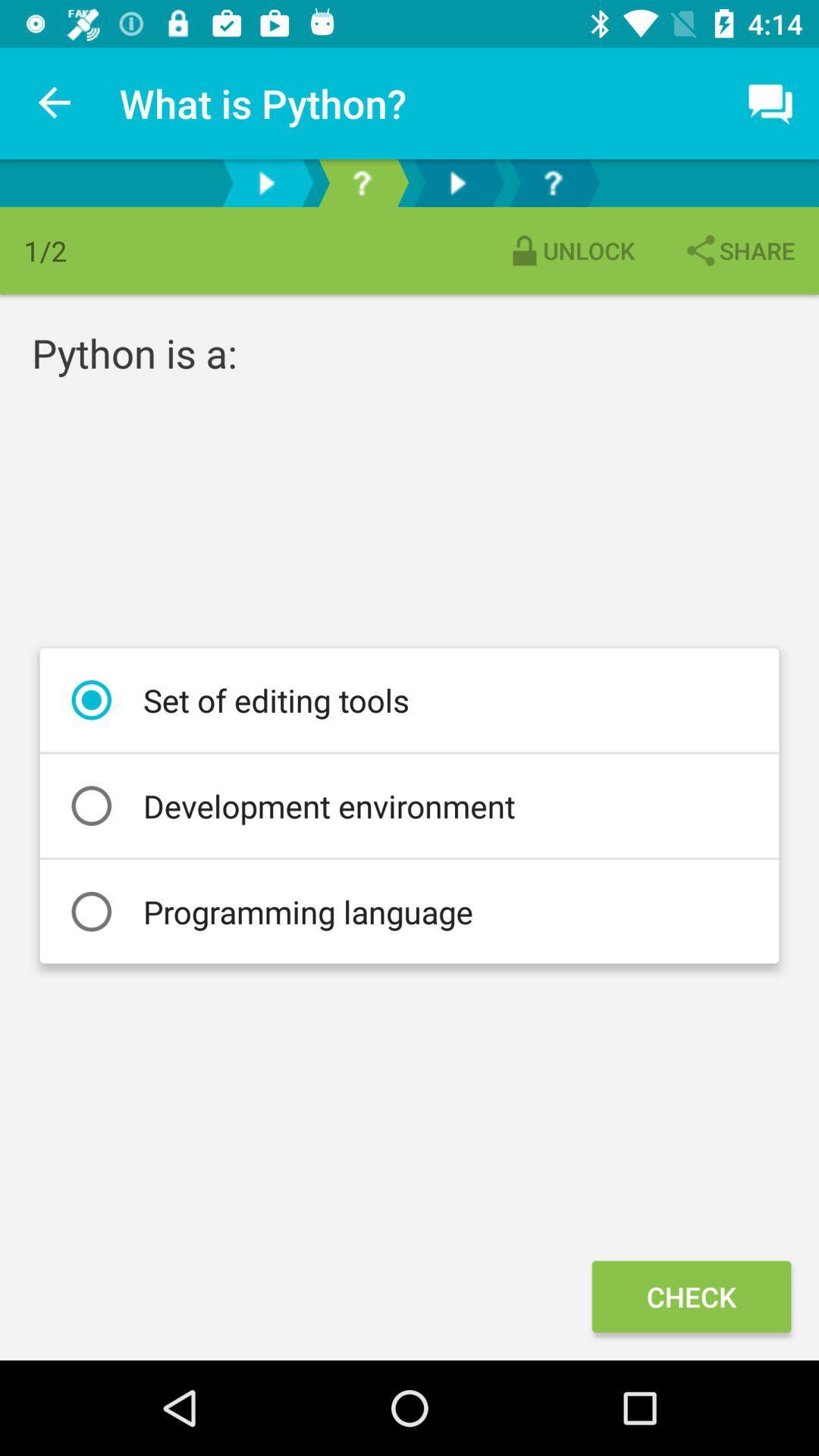 This screenshot has width=819, height=1456. I want to click on the item next to the share, so click(570, 250).